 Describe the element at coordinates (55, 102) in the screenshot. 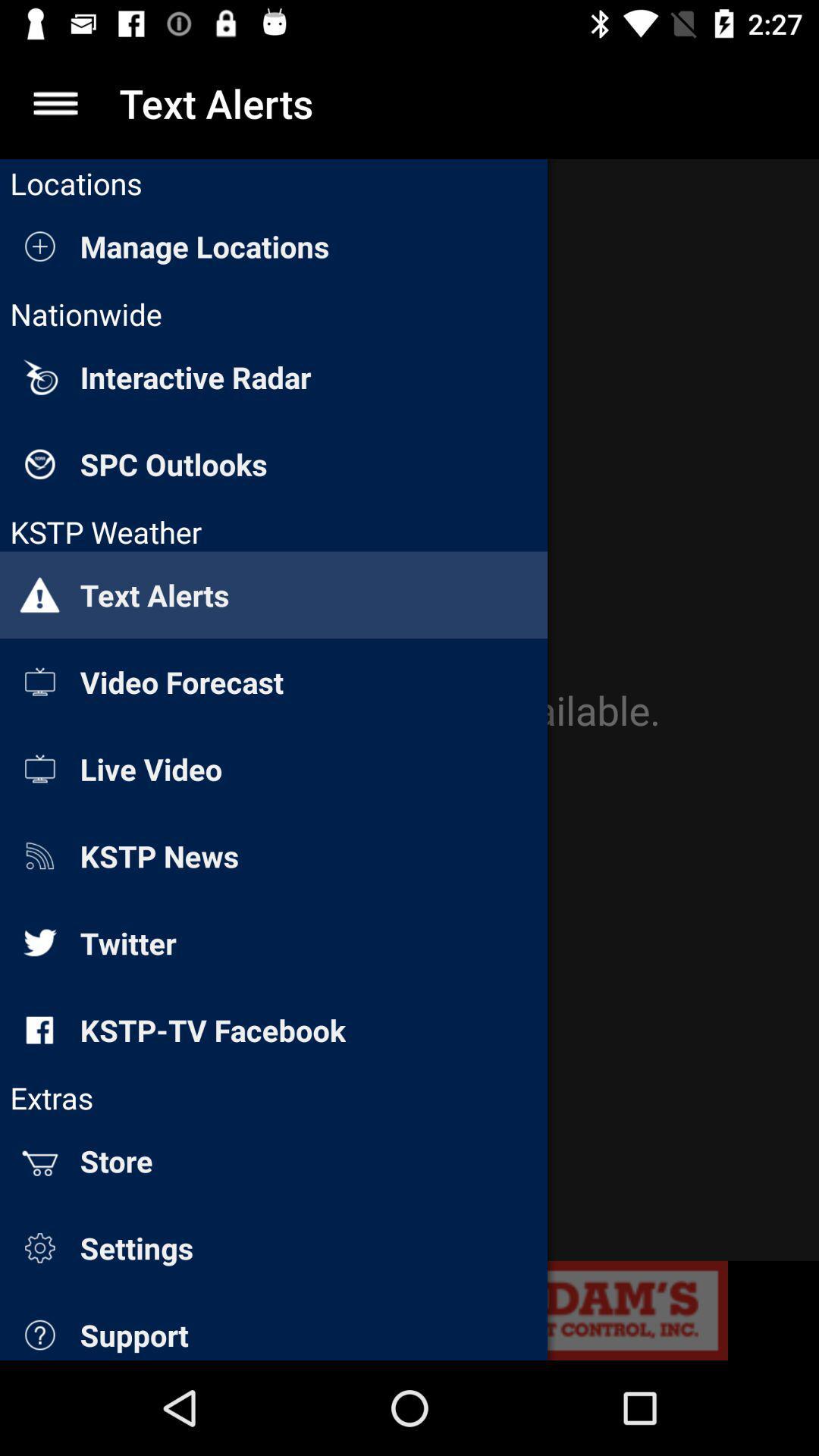

I see `the menu icon` at that location.